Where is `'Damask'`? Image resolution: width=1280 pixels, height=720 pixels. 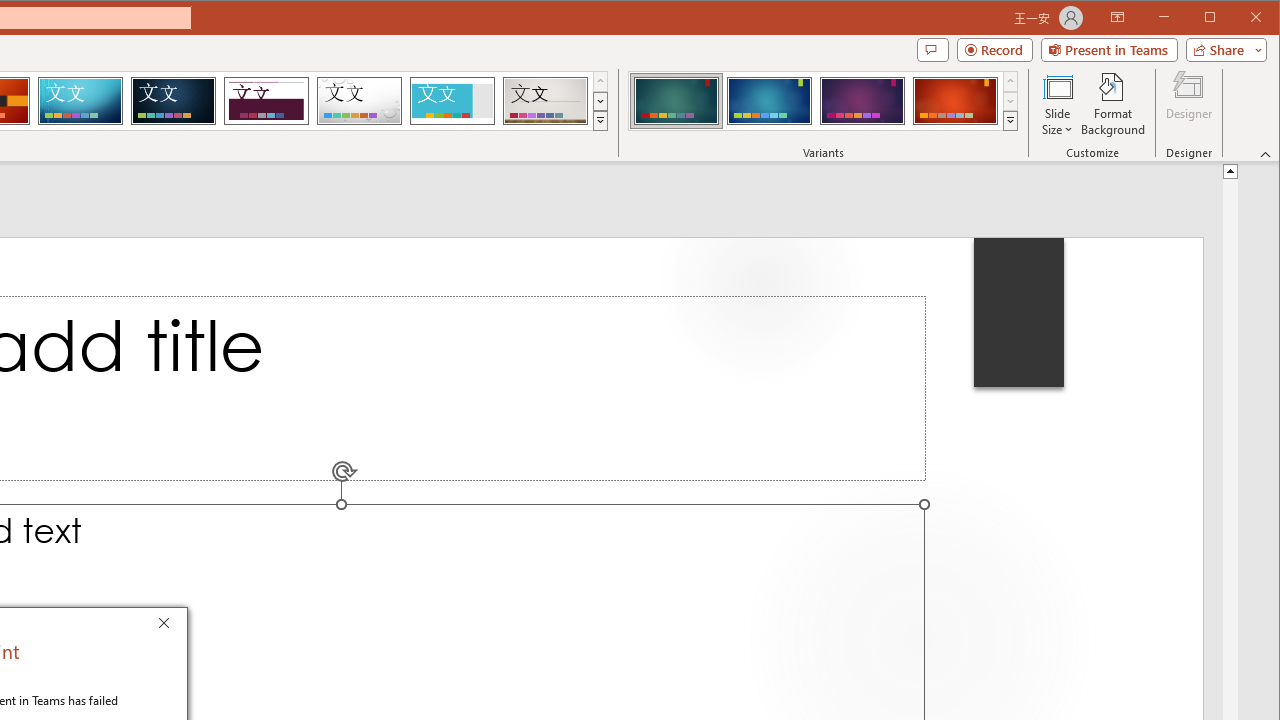 'Damask' is located at coordinates (173, 100).